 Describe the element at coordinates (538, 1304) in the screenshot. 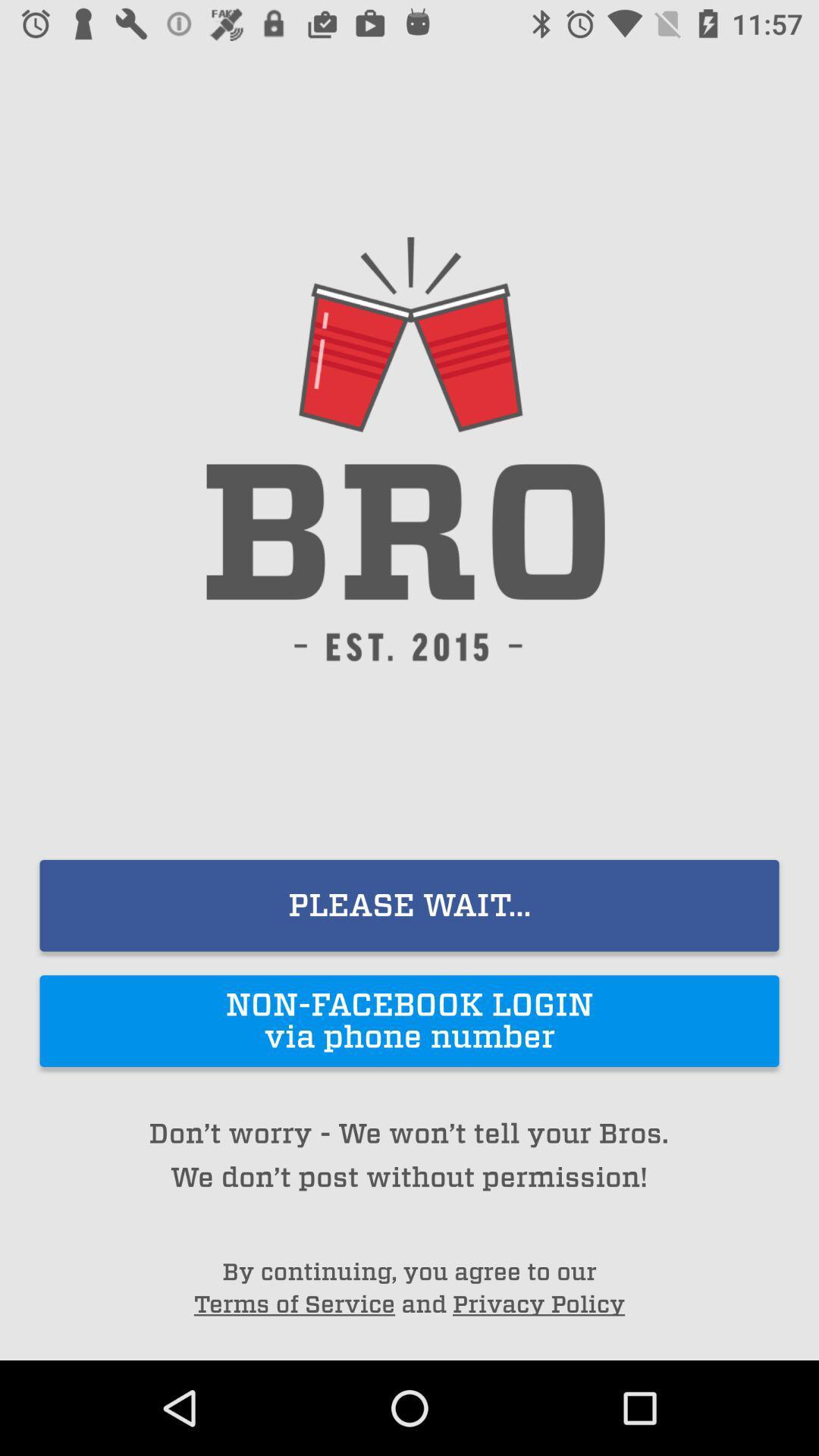

I see `icon below by continuing you` at that location.